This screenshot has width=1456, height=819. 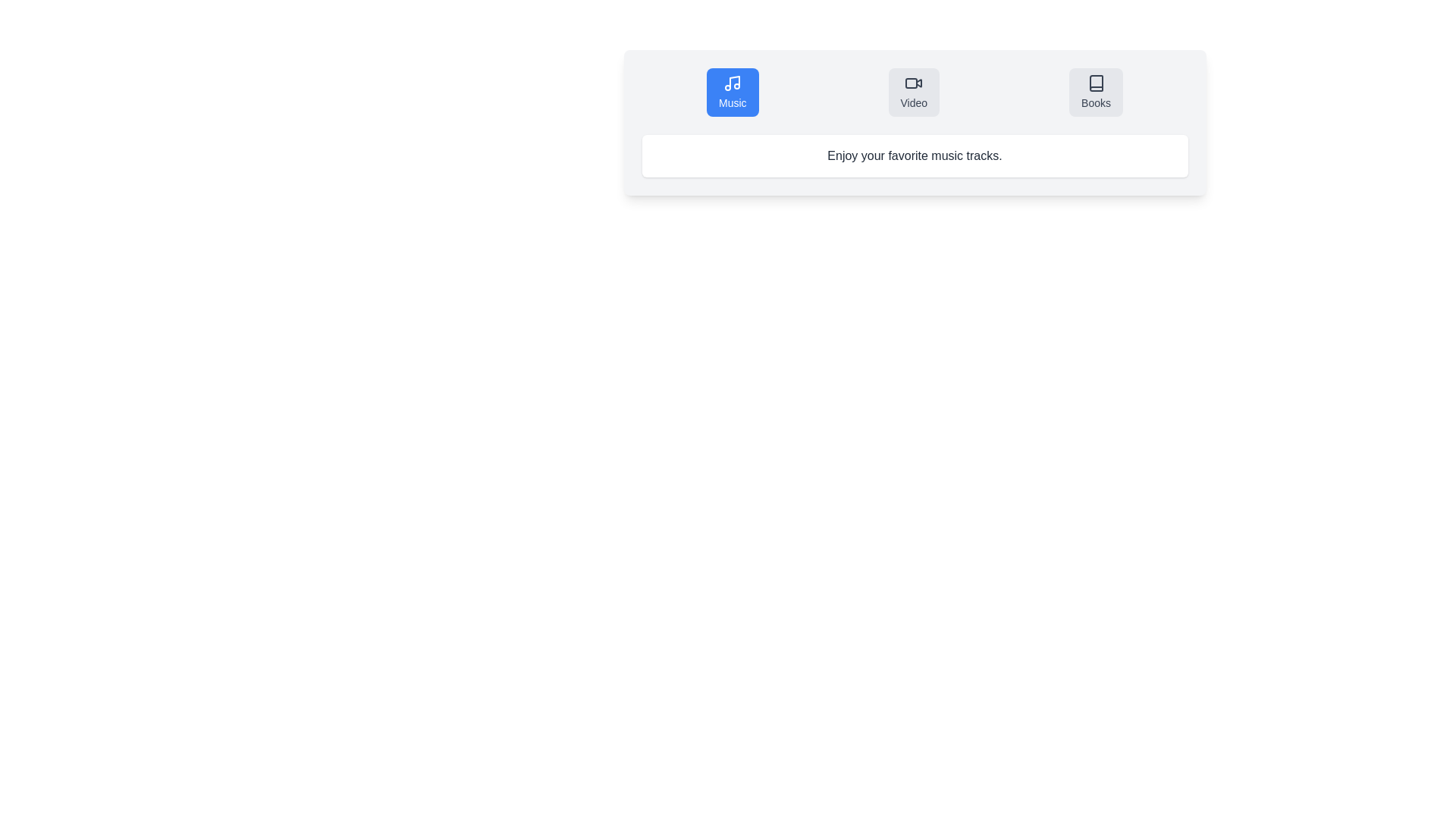 What do you see at coordinates (733, 93) in the screenshot?
I see `the 'Music' navigation button, which is the first button in a row of three at the top of the interface` at bounding box center [733, 93].